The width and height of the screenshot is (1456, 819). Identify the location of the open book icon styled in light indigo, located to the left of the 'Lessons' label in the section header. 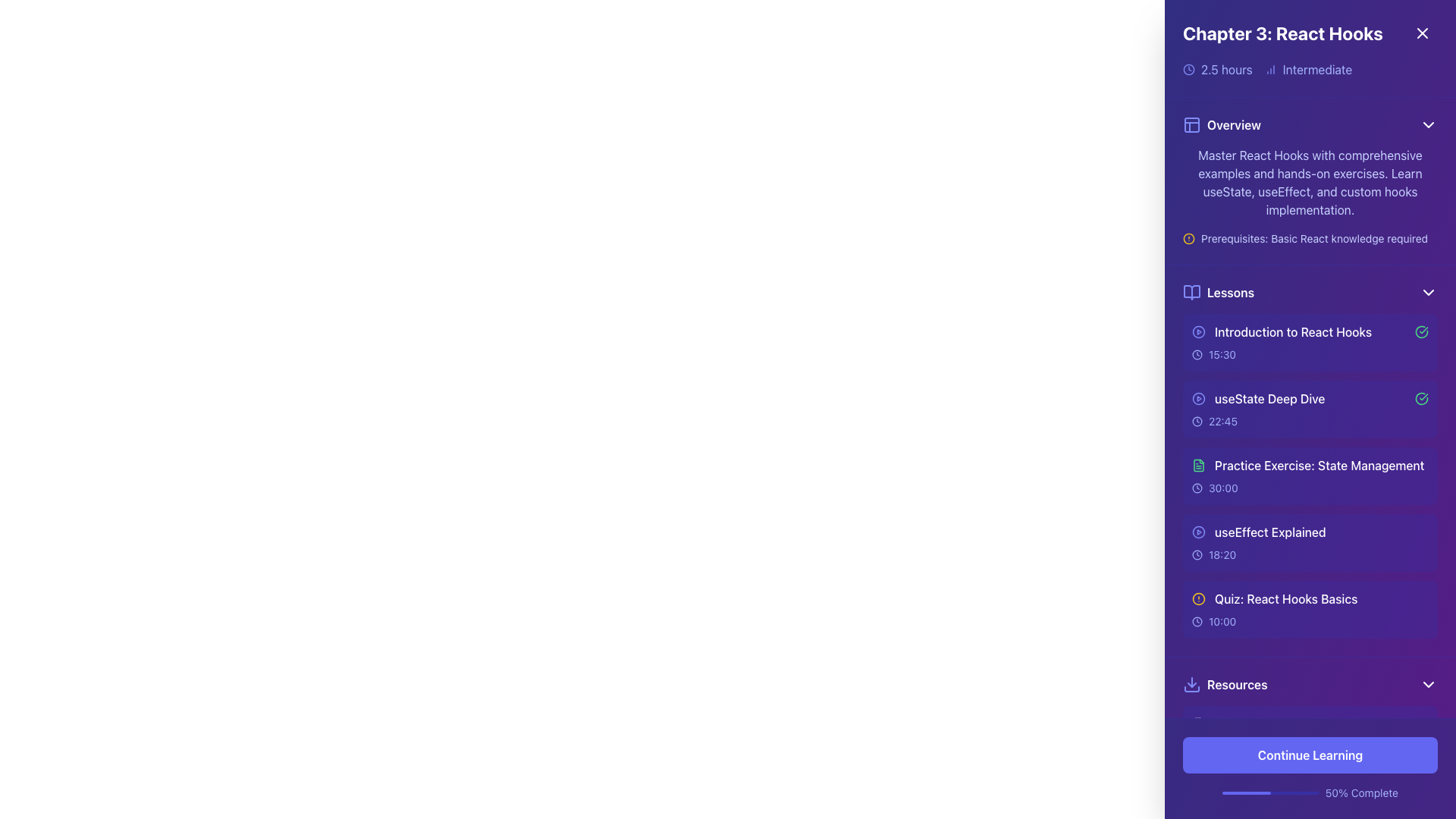
(1191, 292).